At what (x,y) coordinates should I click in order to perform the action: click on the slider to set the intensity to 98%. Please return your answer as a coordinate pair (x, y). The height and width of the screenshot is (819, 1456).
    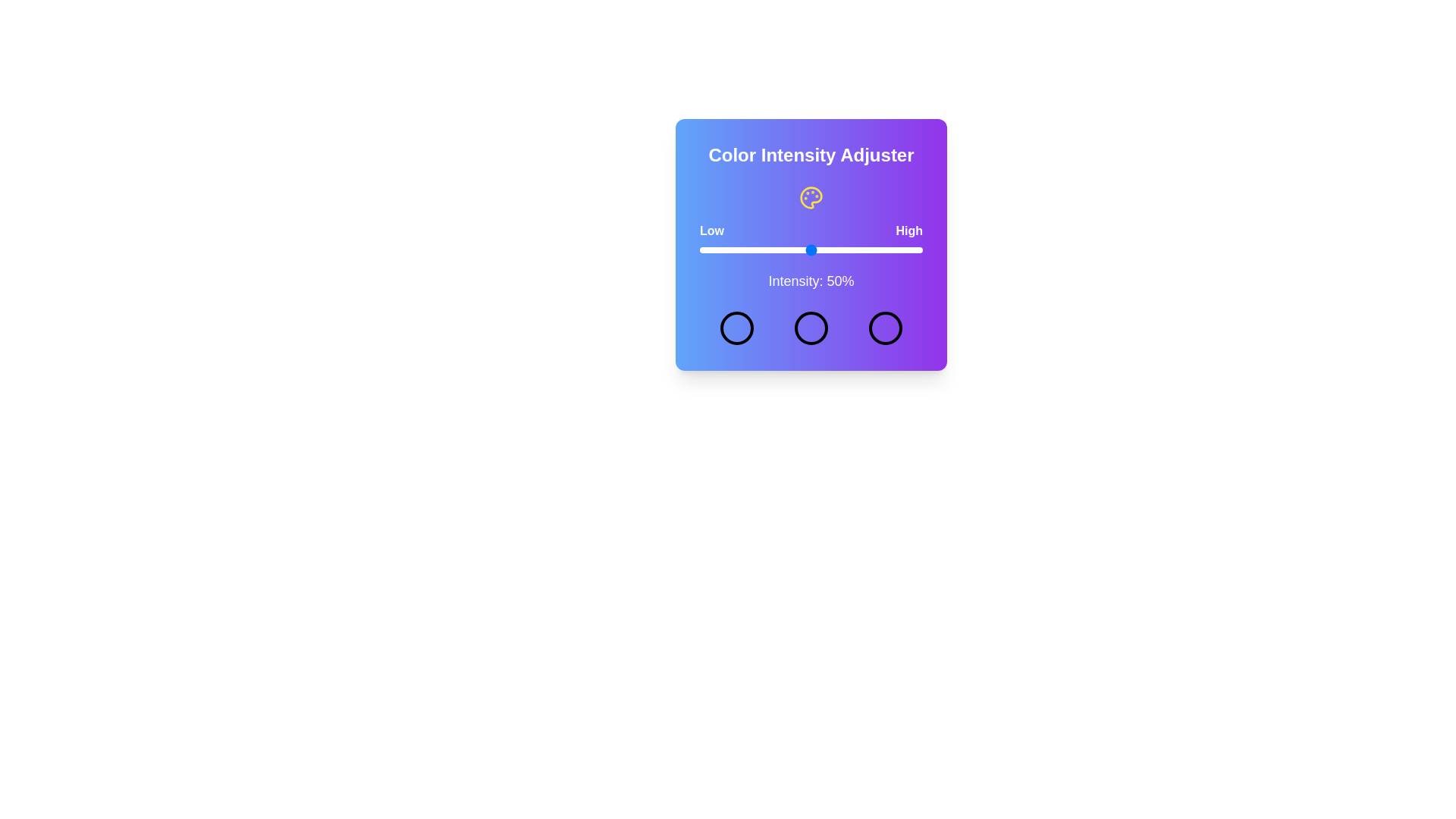
    Looking at the image, I should click on (918, 249).